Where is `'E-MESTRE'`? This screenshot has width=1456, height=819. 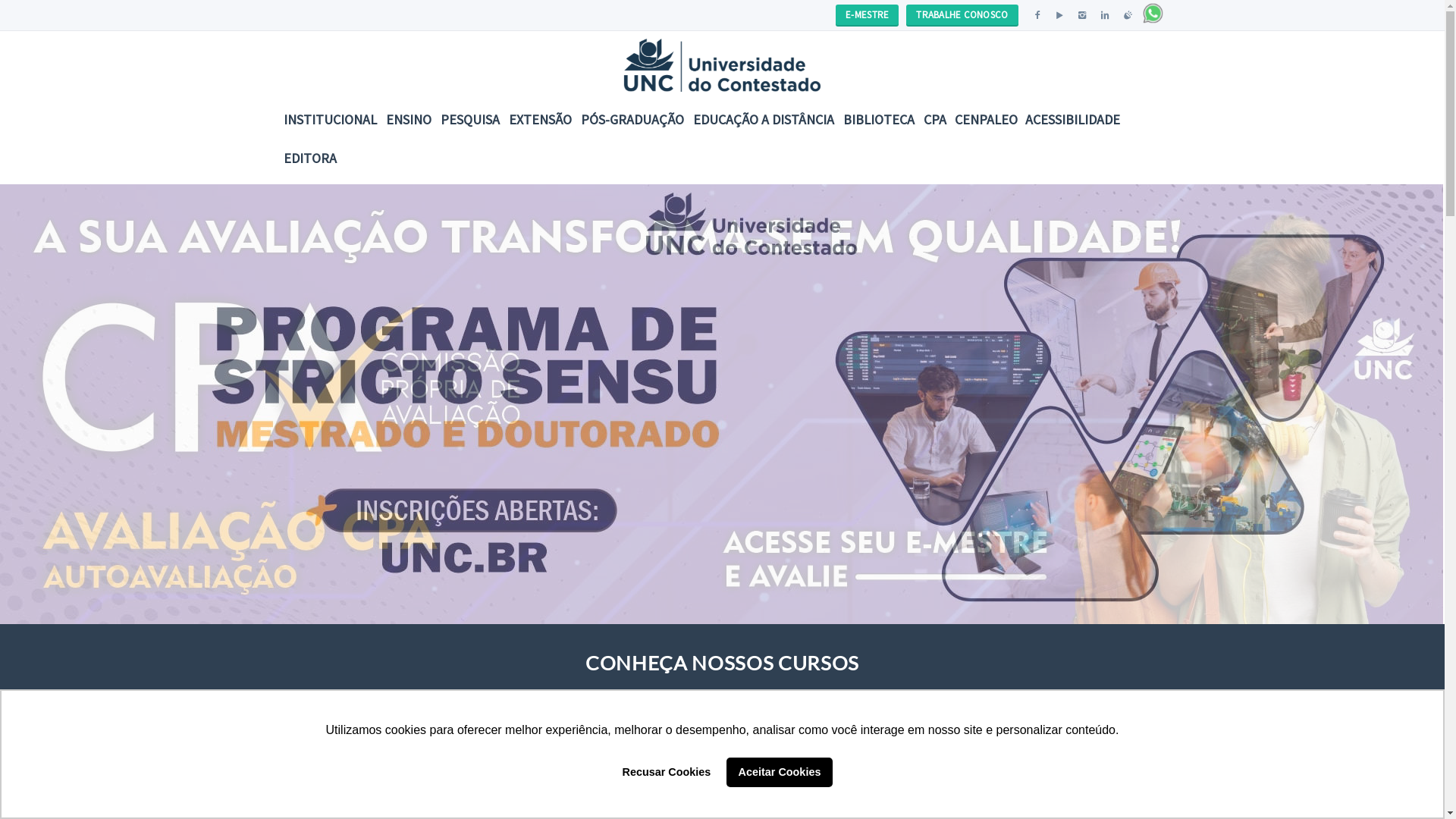 'E-MESTRE' is located at coordinates (835, 14).